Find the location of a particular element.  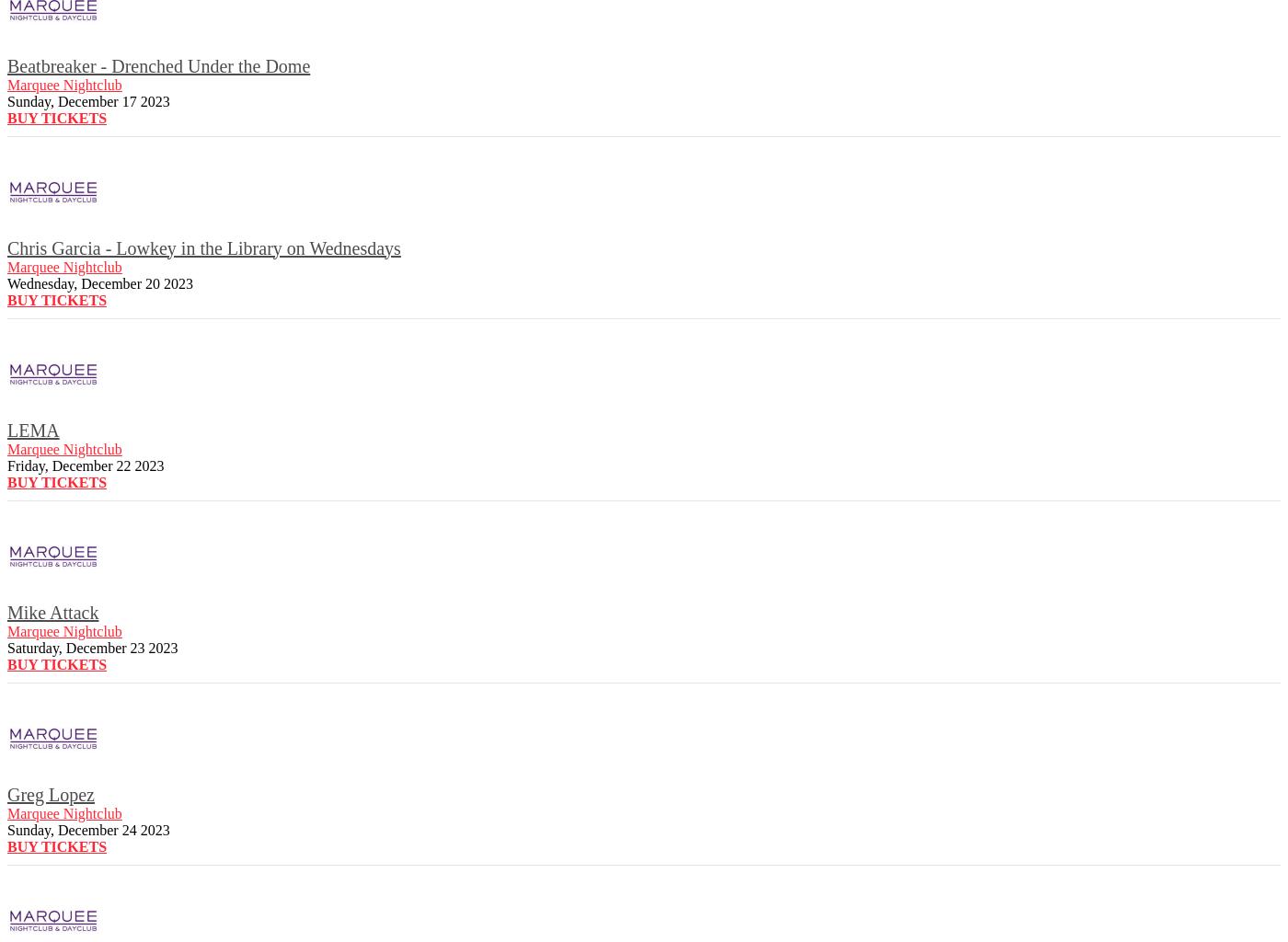

'Mike Attack' is located at coordinates (52, 610).